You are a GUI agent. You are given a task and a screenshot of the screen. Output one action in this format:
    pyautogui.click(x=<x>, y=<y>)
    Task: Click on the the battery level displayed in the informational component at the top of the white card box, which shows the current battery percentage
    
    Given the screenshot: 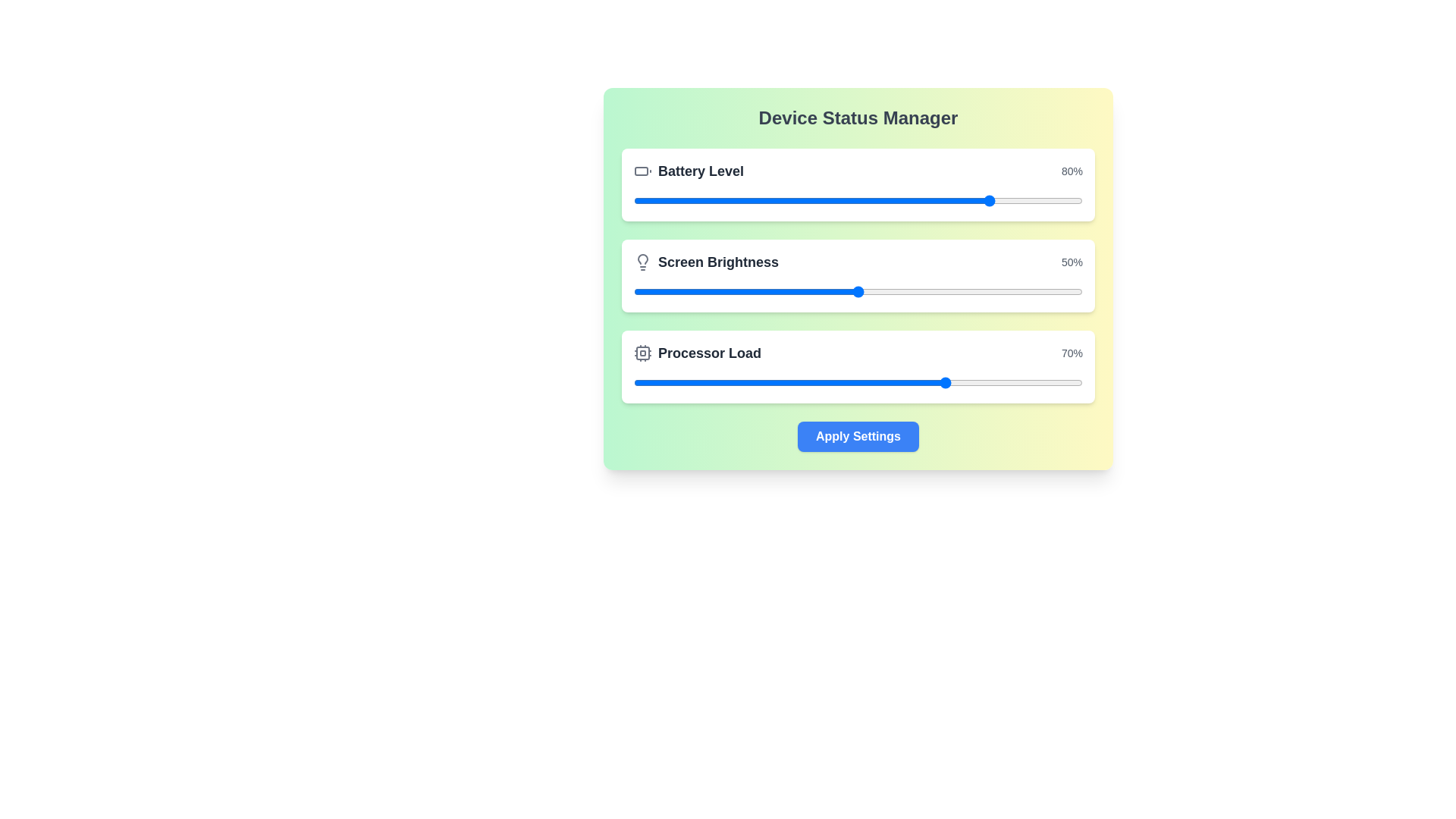 What is the action you would take?
    pyautogui.click(x=858, y=171)
    